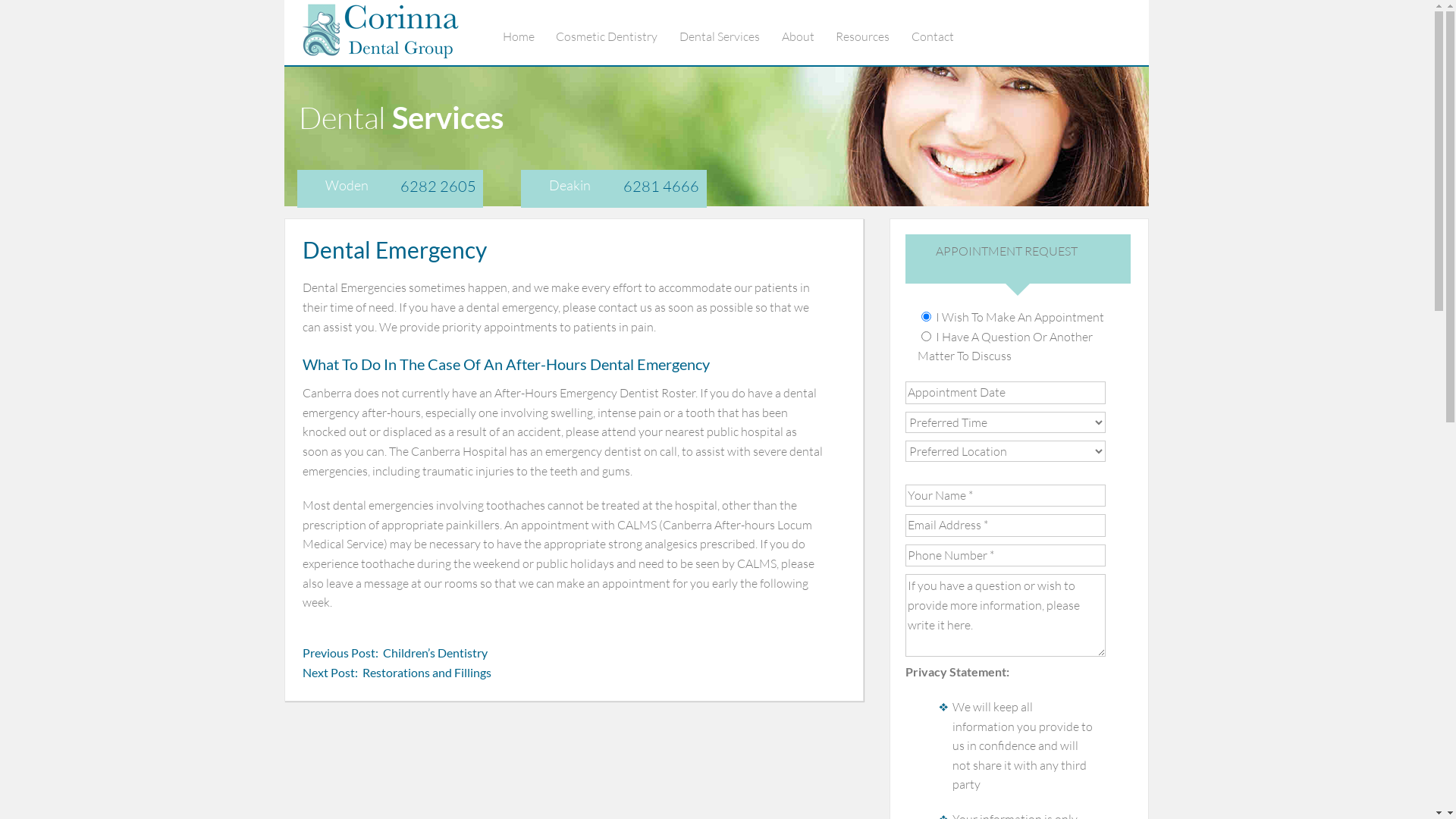  What do you see at coordinates (400, 185) in the screenshot?
I see `'6282 2605'` at bounding box center [400, 185].